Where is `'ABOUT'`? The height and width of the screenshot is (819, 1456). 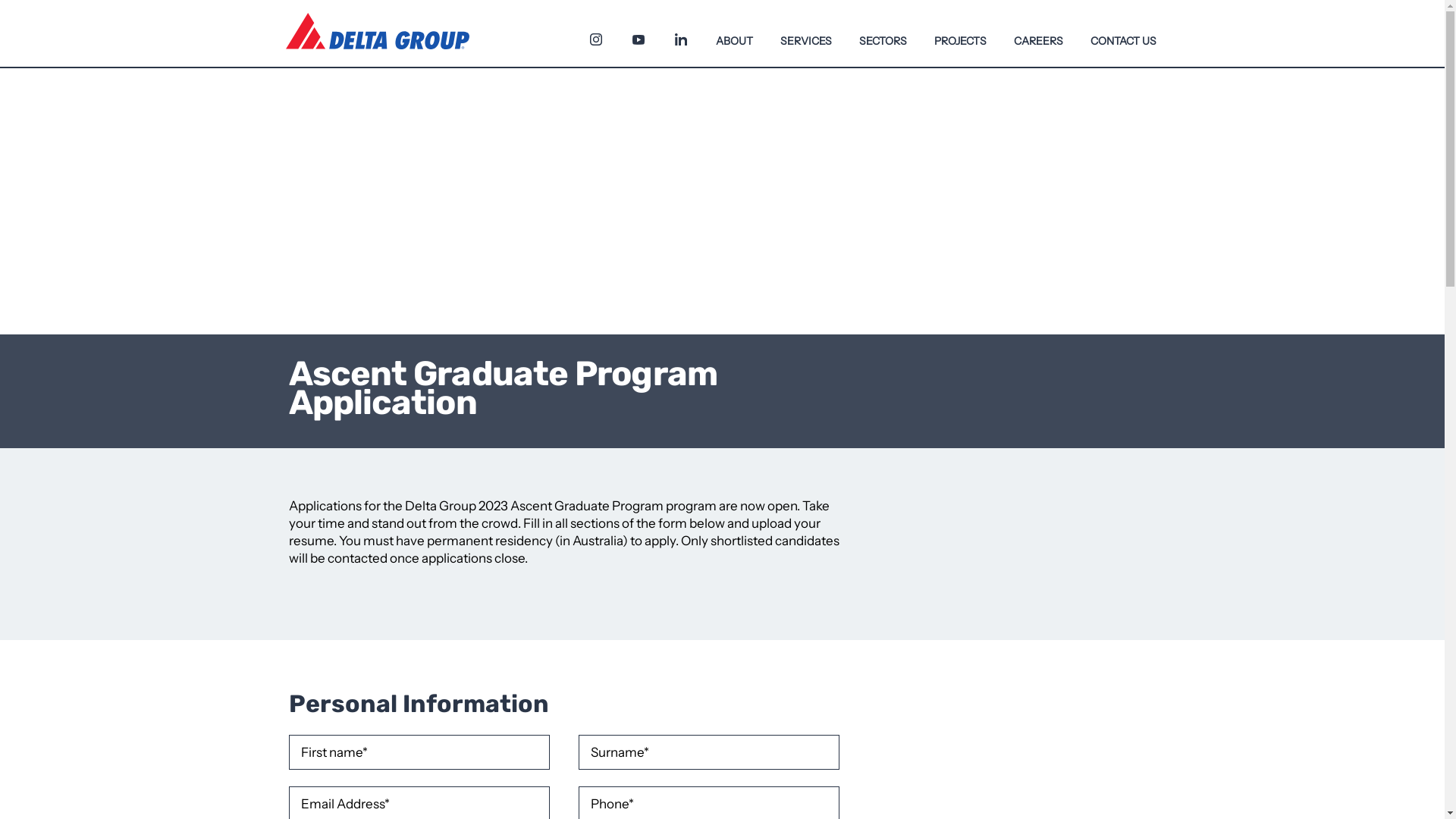 'ABOUT' is located at coordinates (734, 33).